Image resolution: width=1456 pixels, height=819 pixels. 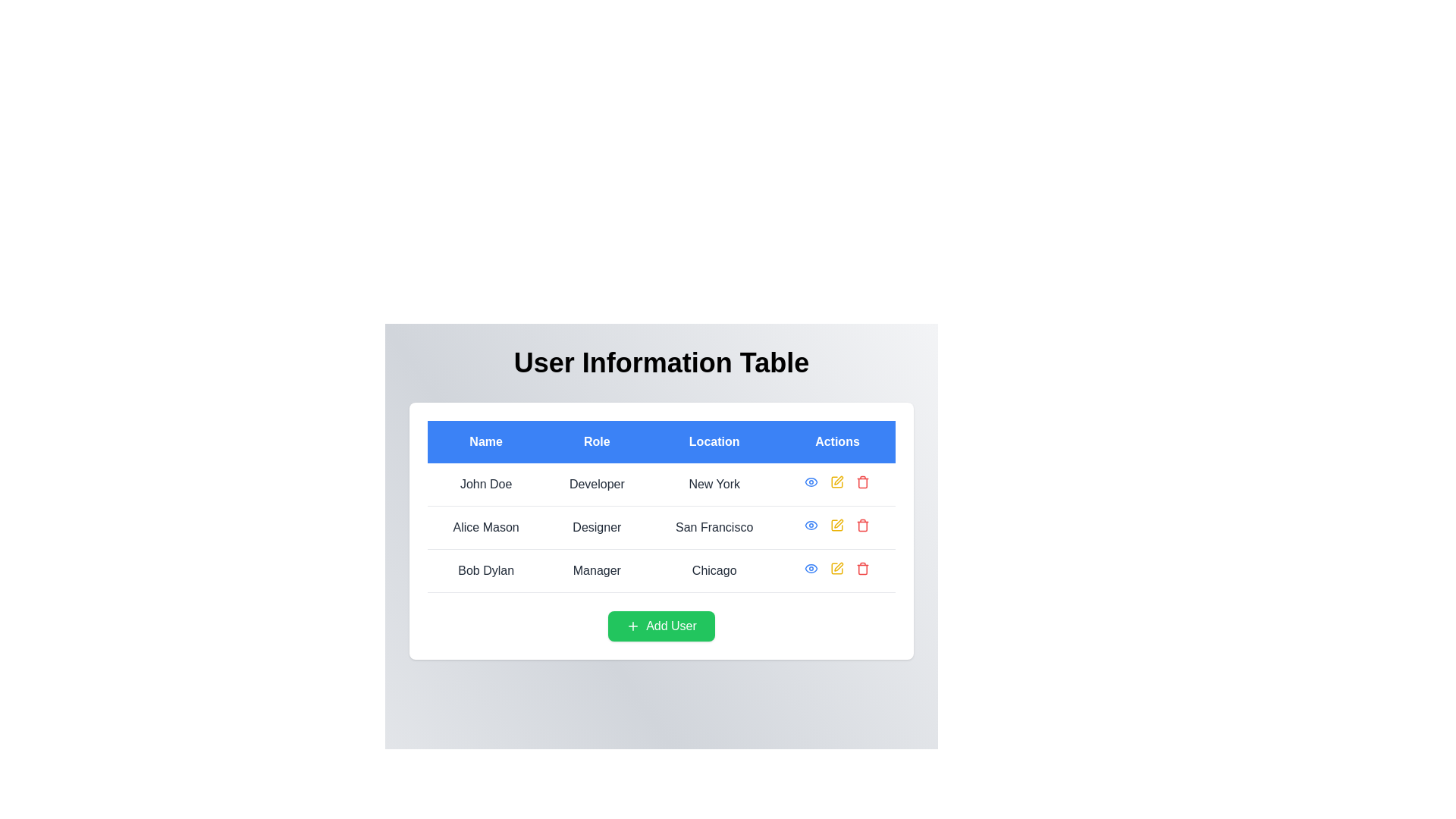 What do you see at coordinates (863, 483) in the screenshot?
I see `the trash can icon representing the delete action for the last row associated with the 'Manager' user role in the 'Actions' column of the table` at bounding box center [863, 483].